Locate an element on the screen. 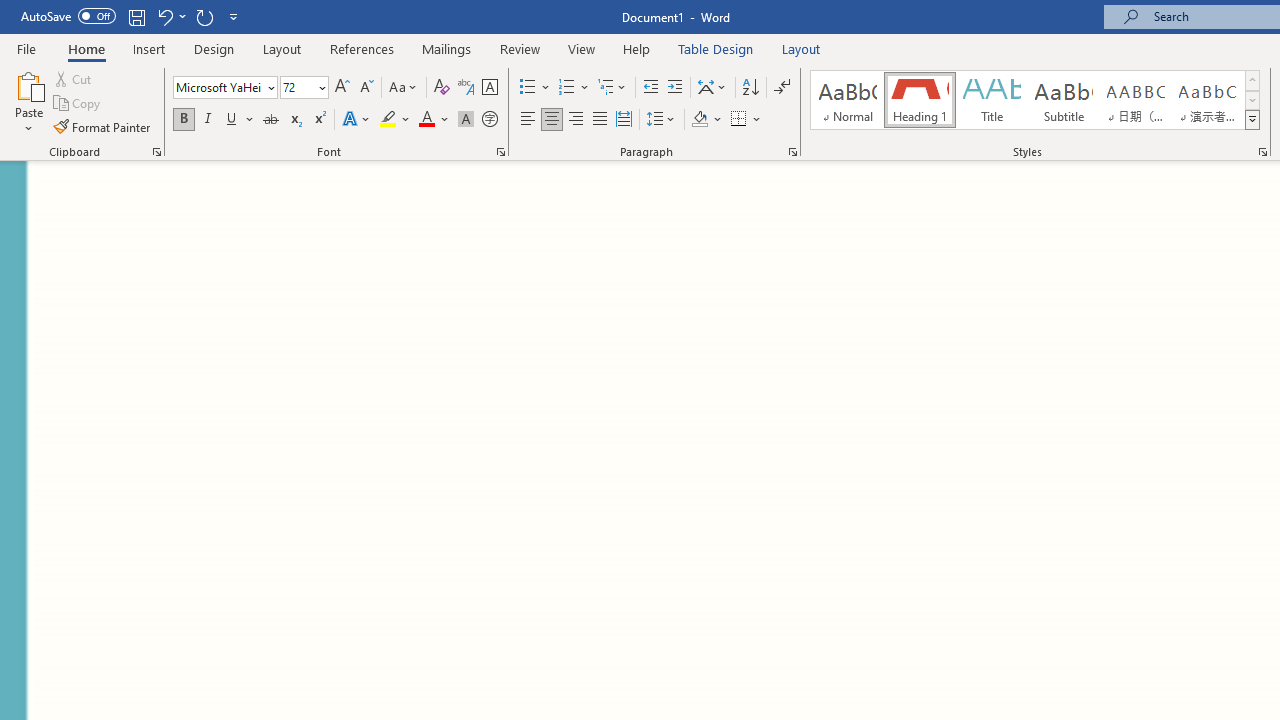  'Title' is located at coordinates (992, 100).